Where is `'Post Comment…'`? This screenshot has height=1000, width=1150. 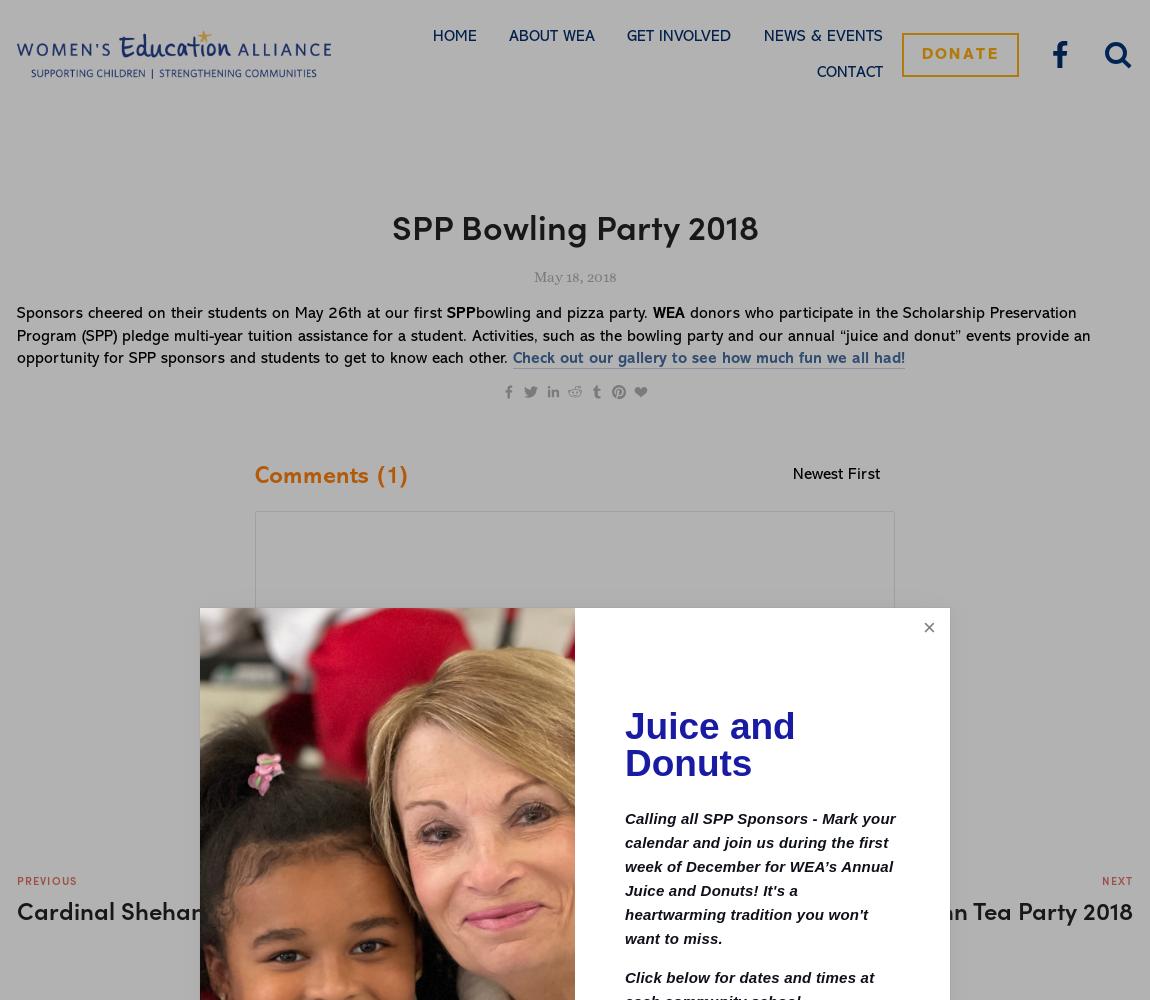
'Post Comment…' is located at coordinates (775, 688).